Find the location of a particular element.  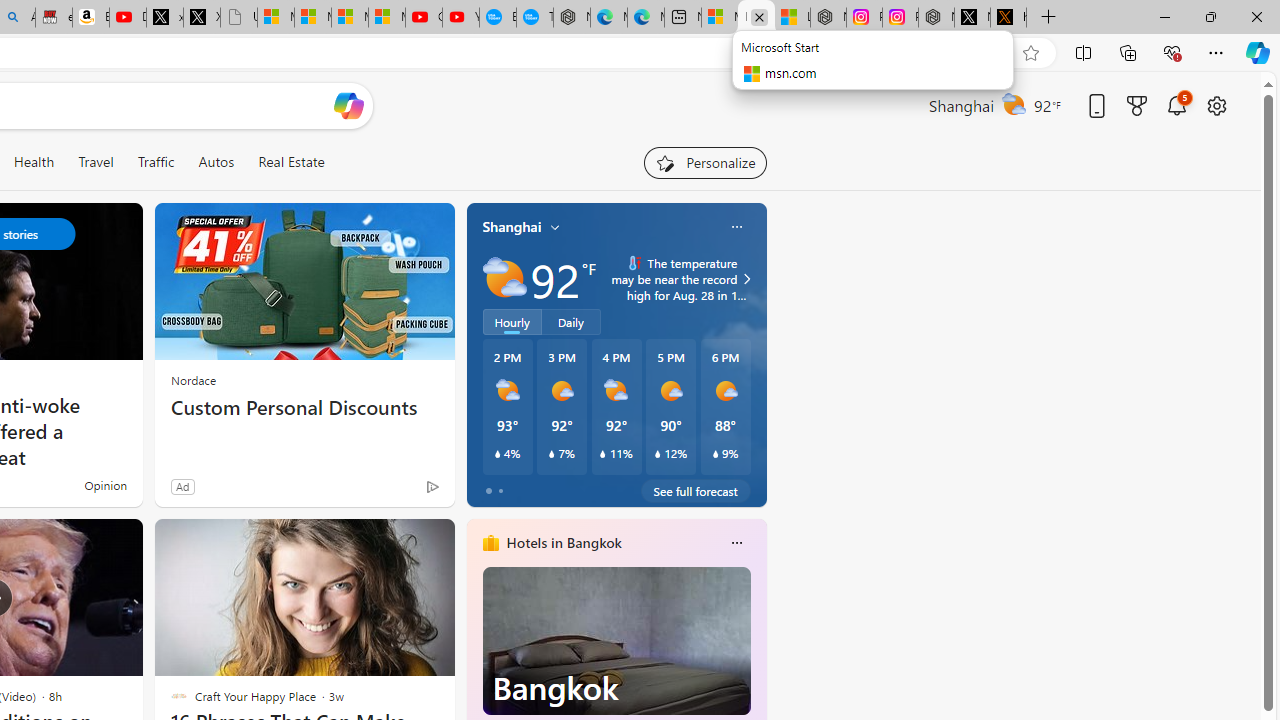

'Open settings' is located at coordinates (1215, 105).